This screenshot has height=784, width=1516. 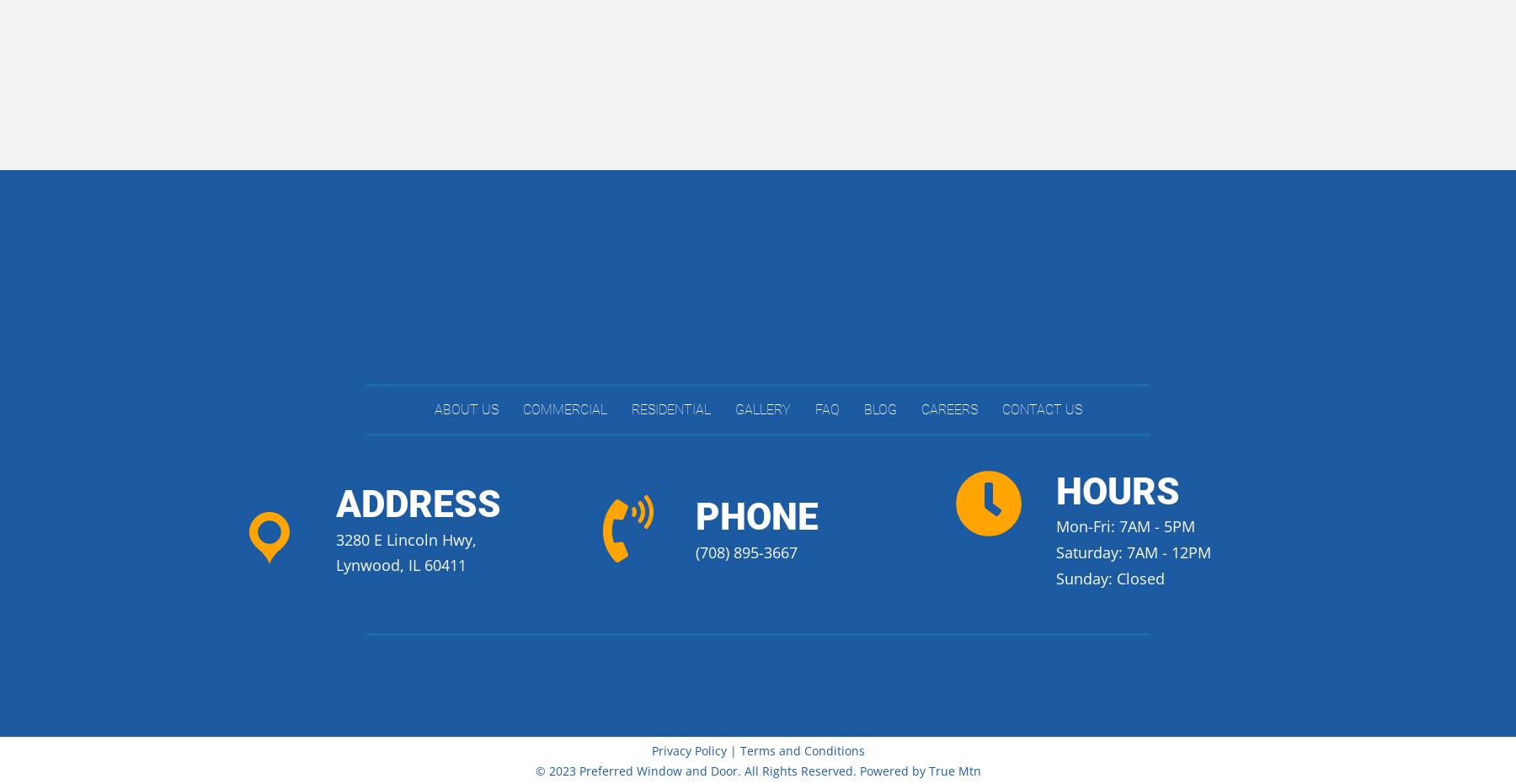 I want to click on 'Residential', so click(x=670, y=409).